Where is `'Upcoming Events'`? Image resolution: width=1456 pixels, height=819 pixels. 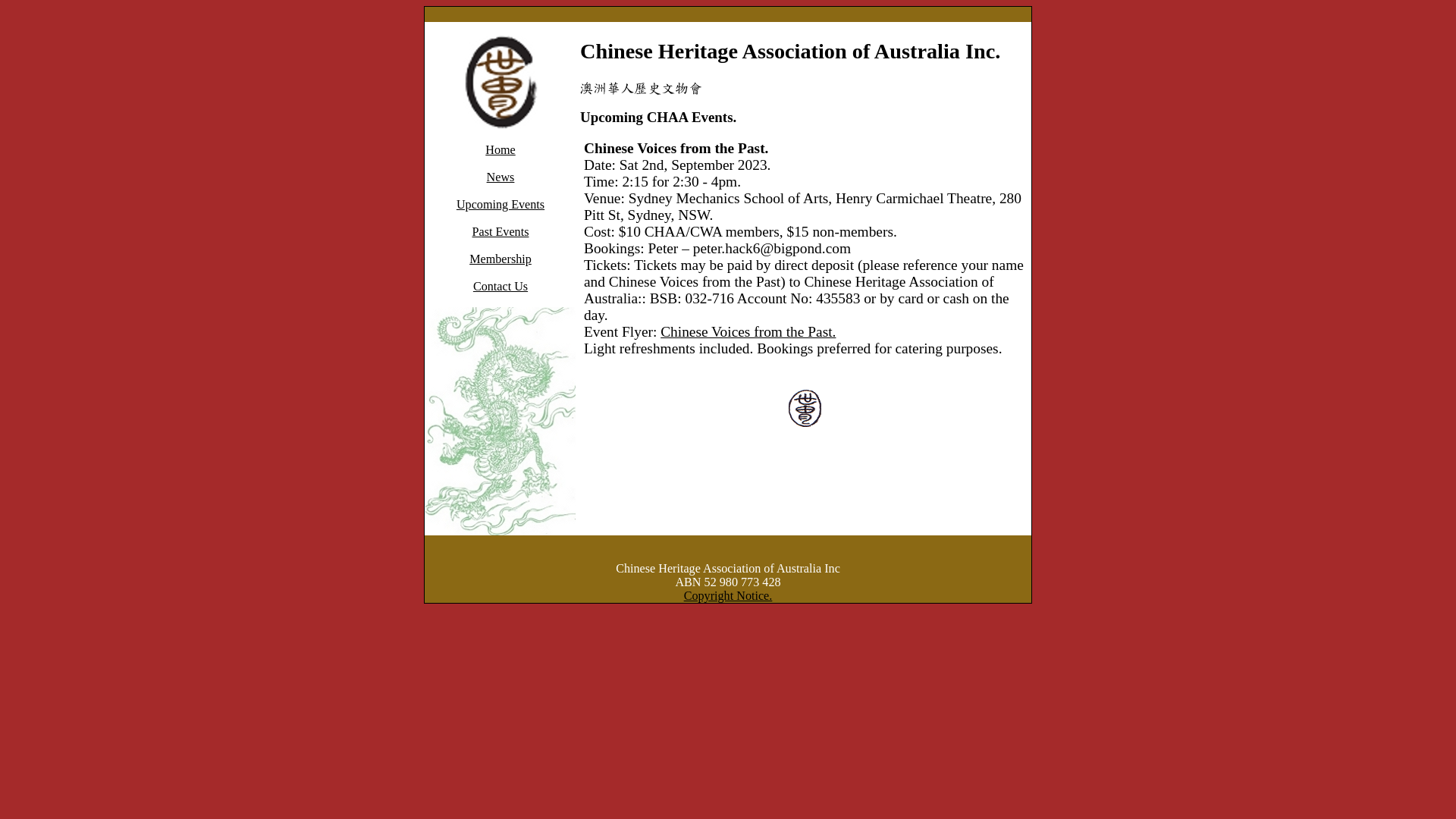
'Upcoming Events' is located at coordinates (500, 203).